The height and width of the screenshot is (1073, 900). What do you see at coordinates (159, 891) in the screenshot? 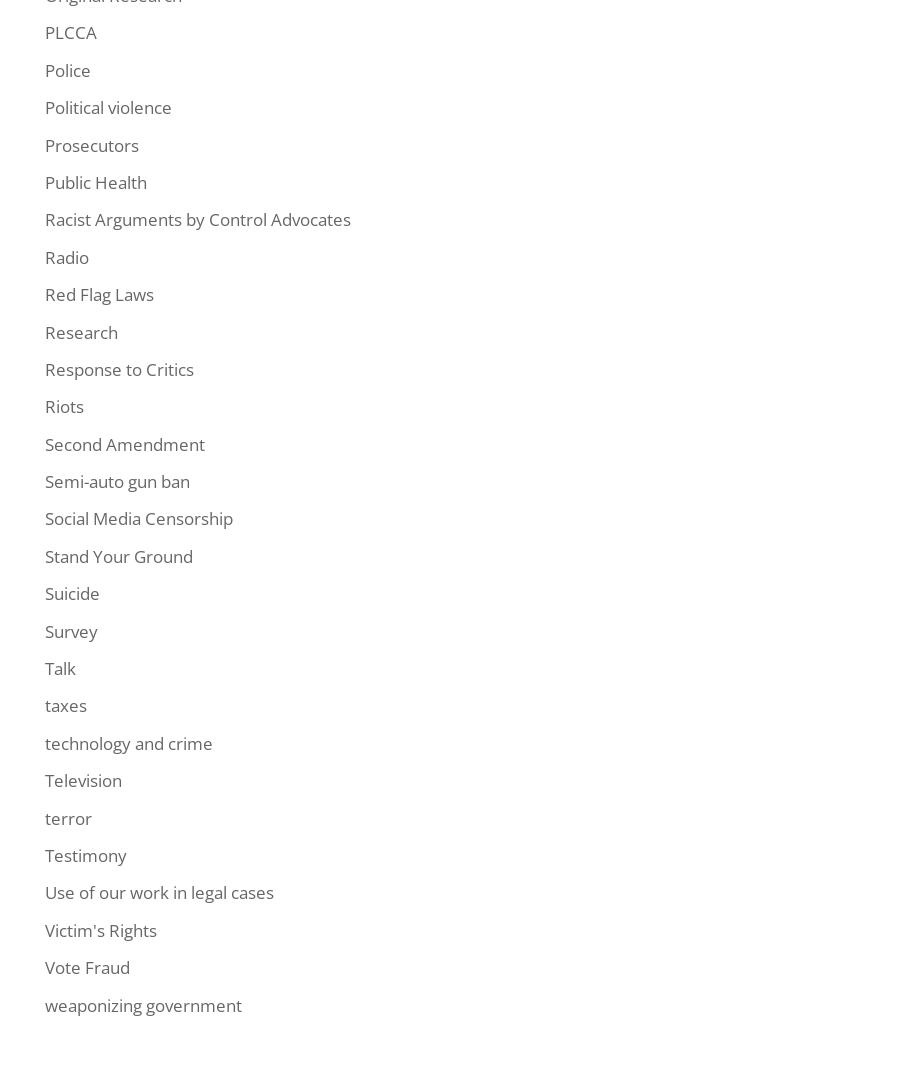
I see `'Use of our work in legal cases'` at bounding box center [159, 891].